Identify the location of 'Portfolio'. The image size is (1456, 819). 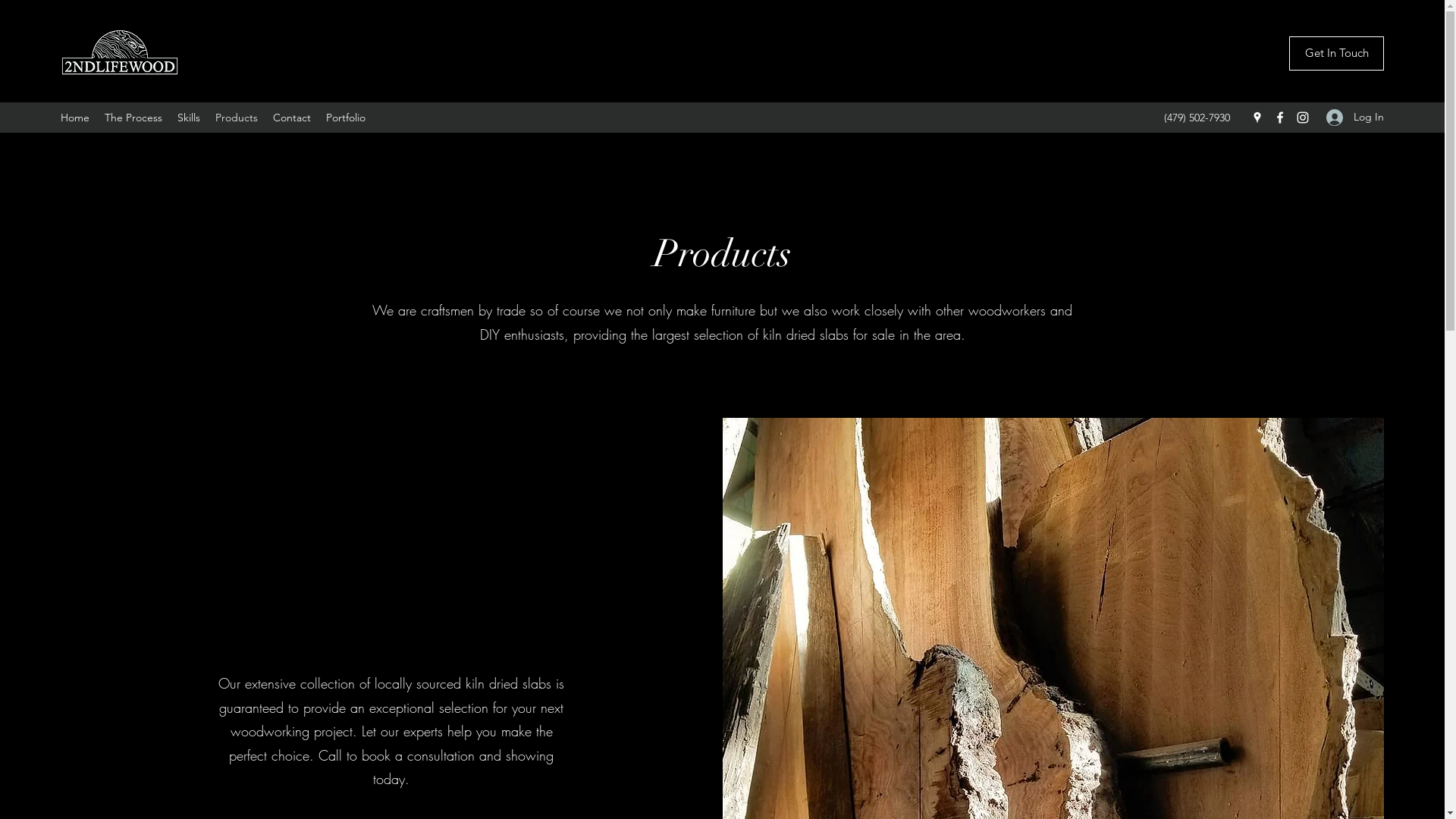
(318, 116).